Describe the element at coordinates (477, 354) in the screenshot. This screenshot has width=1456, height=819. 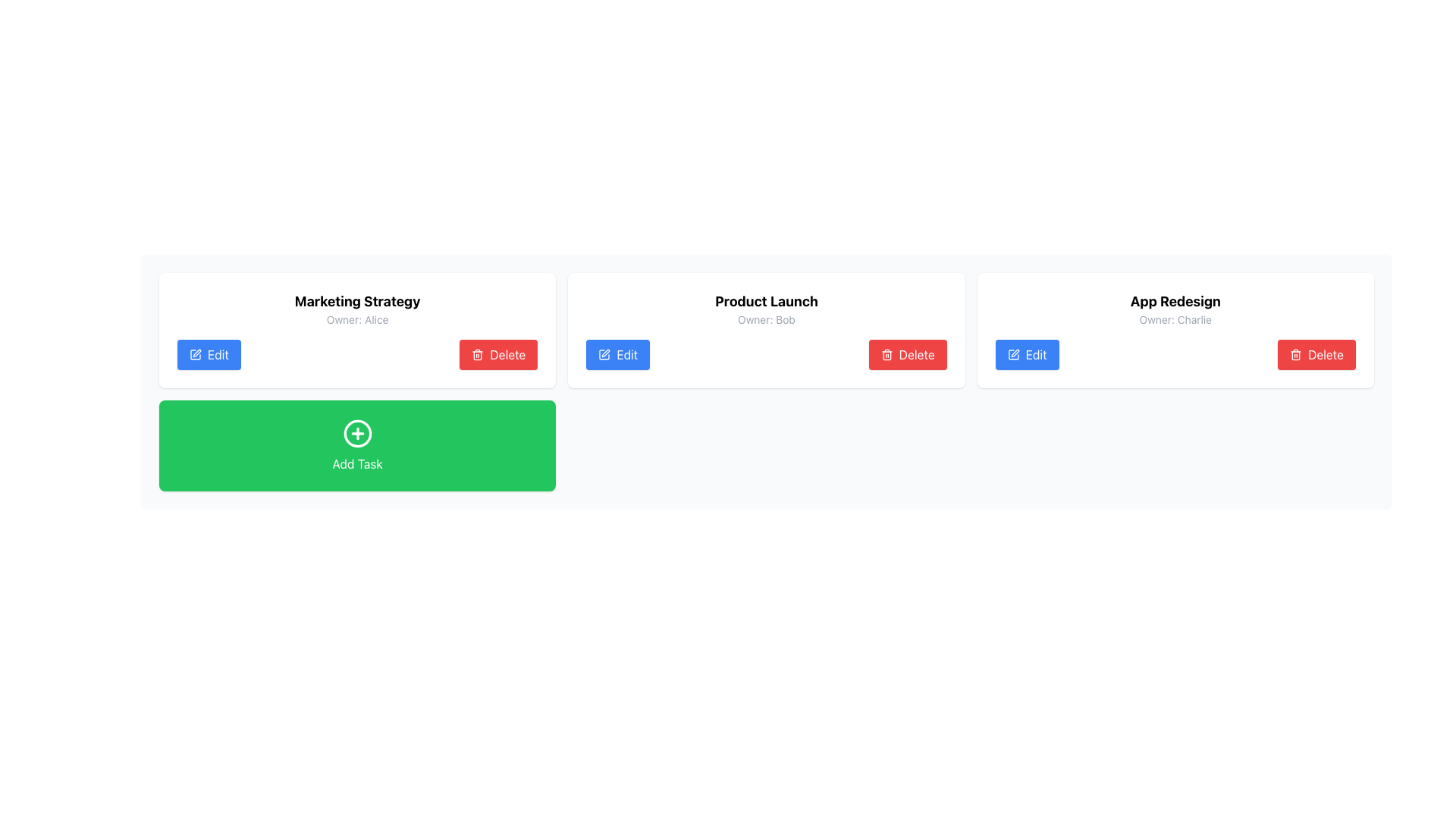
I see `the trash bin icon located to the left of the 'Delete' button text within the red-colored button on the first card labeled 'Marketing Strategy'` at that location.